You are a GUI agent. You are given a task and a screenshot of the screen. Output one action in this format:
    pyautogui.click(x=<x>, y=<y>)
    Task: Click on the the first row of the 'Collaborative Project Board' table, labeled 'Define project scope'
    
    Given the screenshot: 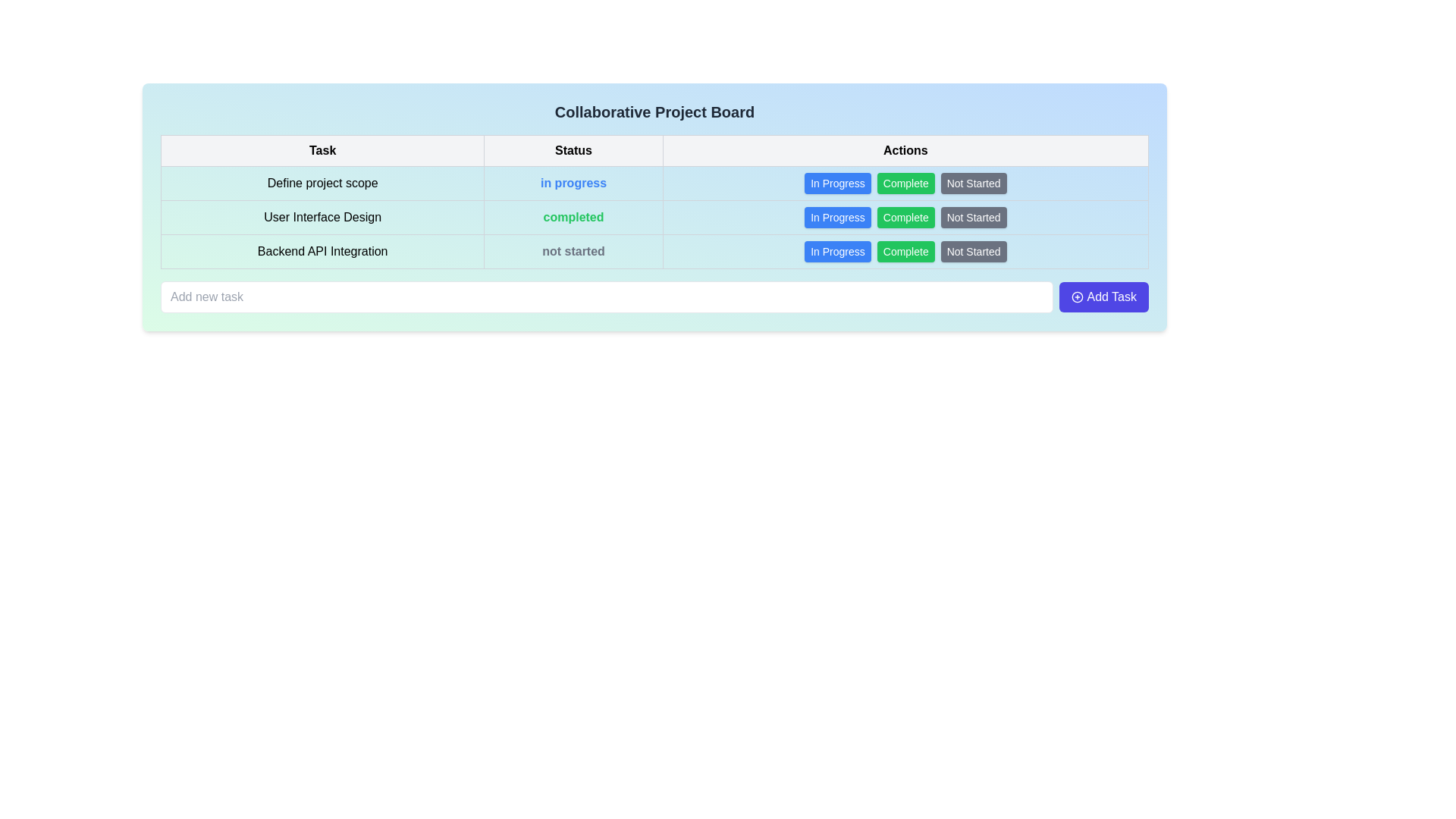 What is the action you would take?
    pyautogui.click(x=654, y=183)
    